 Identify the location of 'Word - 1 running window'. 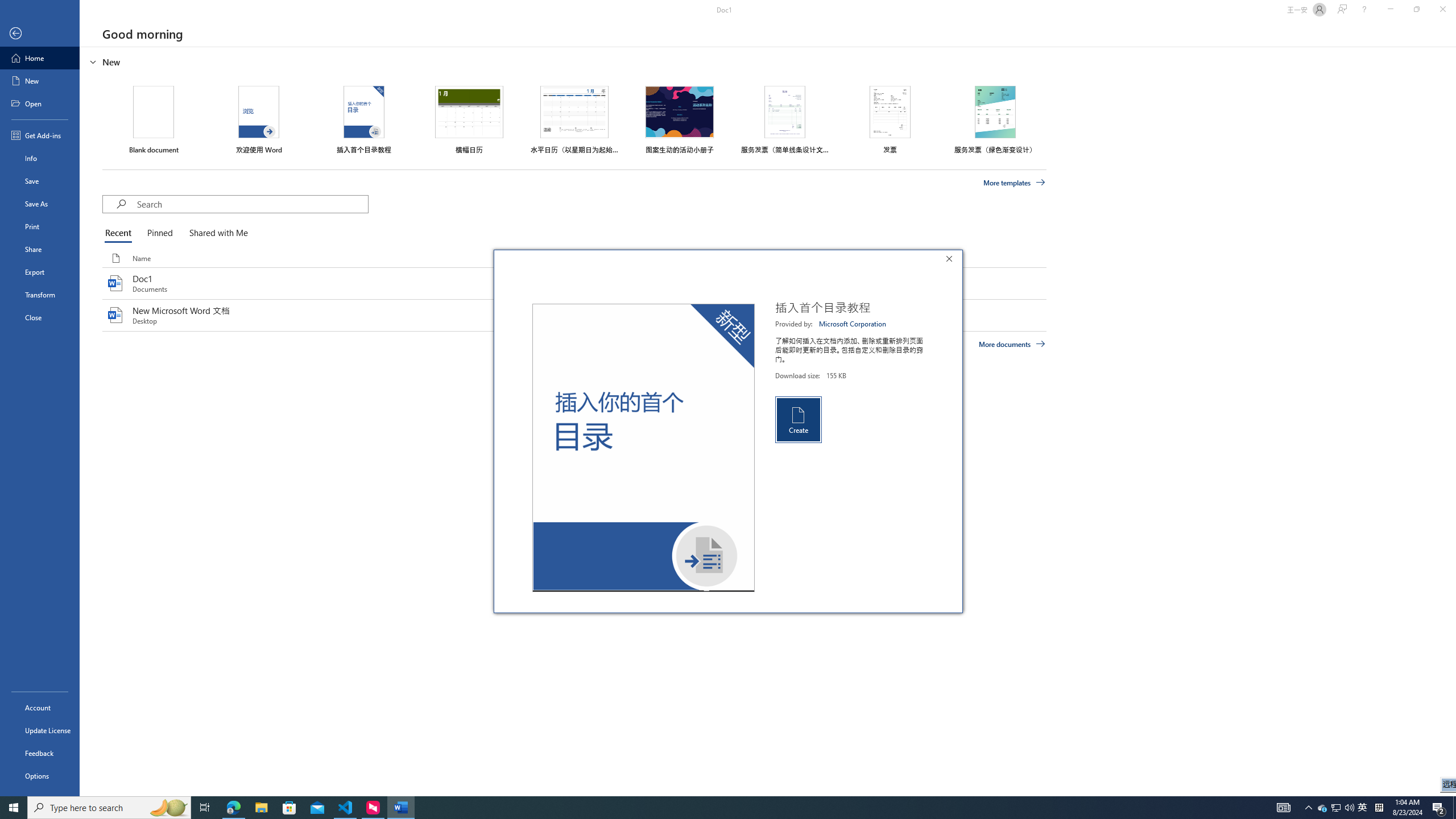
(401, 806).